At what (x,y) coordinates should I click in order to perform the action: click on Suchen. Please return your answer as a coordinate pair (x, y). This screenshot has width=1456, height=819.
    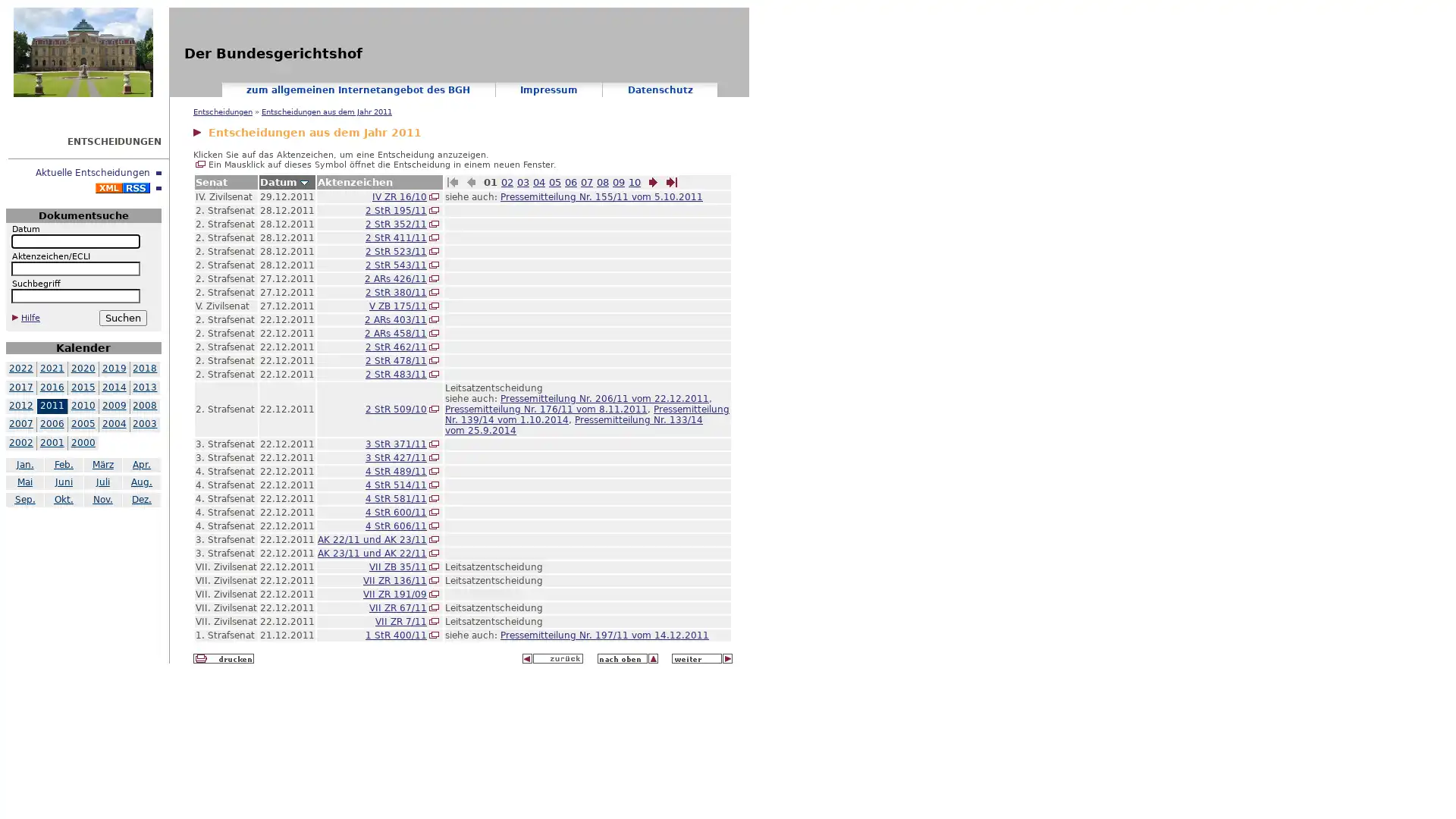
    Looking at the image, I should click on (122, 317).